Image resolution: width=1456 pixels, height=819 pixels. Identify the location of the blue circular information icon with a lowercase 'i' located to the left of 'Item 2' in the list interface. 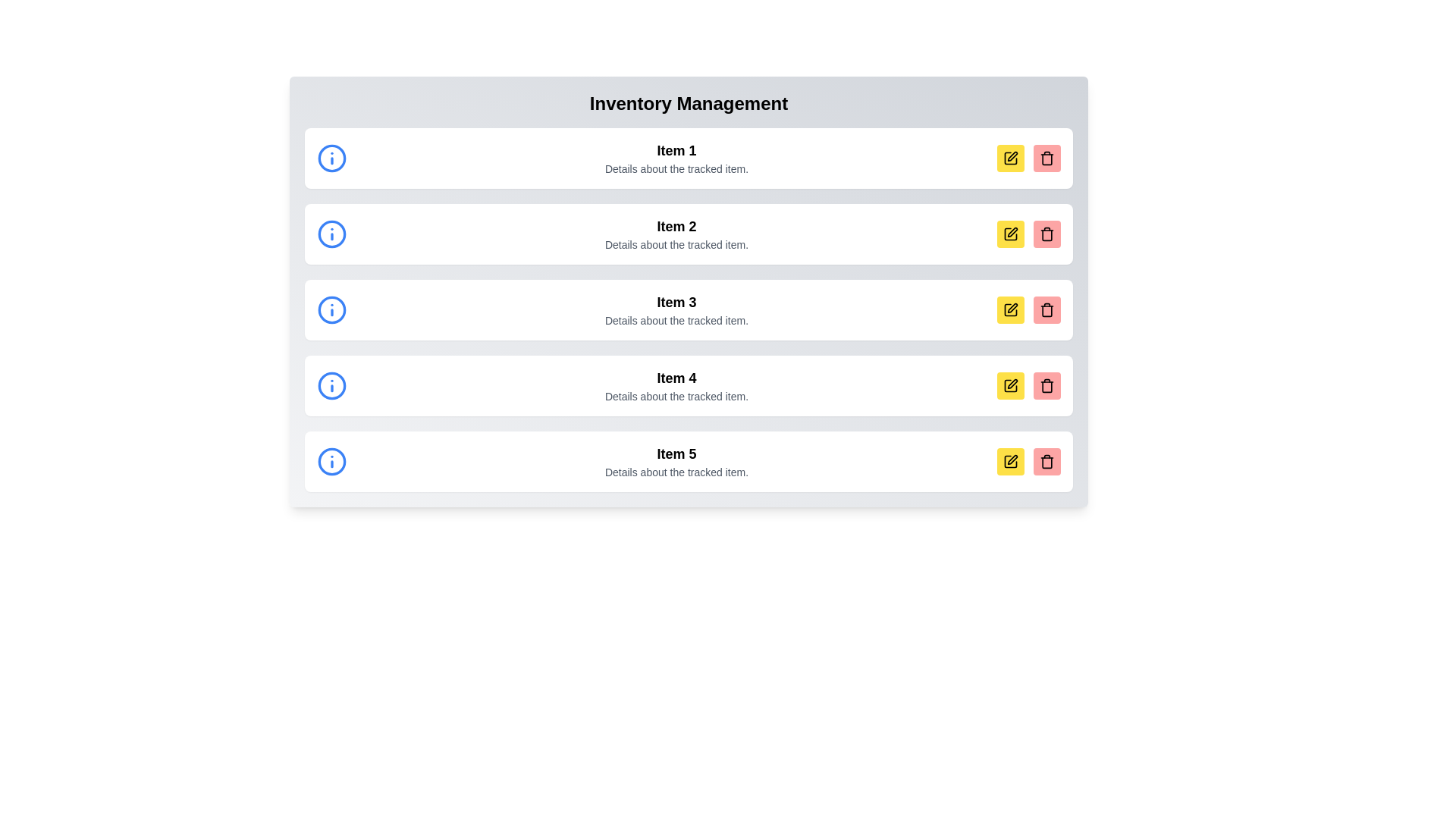
(331, 234).